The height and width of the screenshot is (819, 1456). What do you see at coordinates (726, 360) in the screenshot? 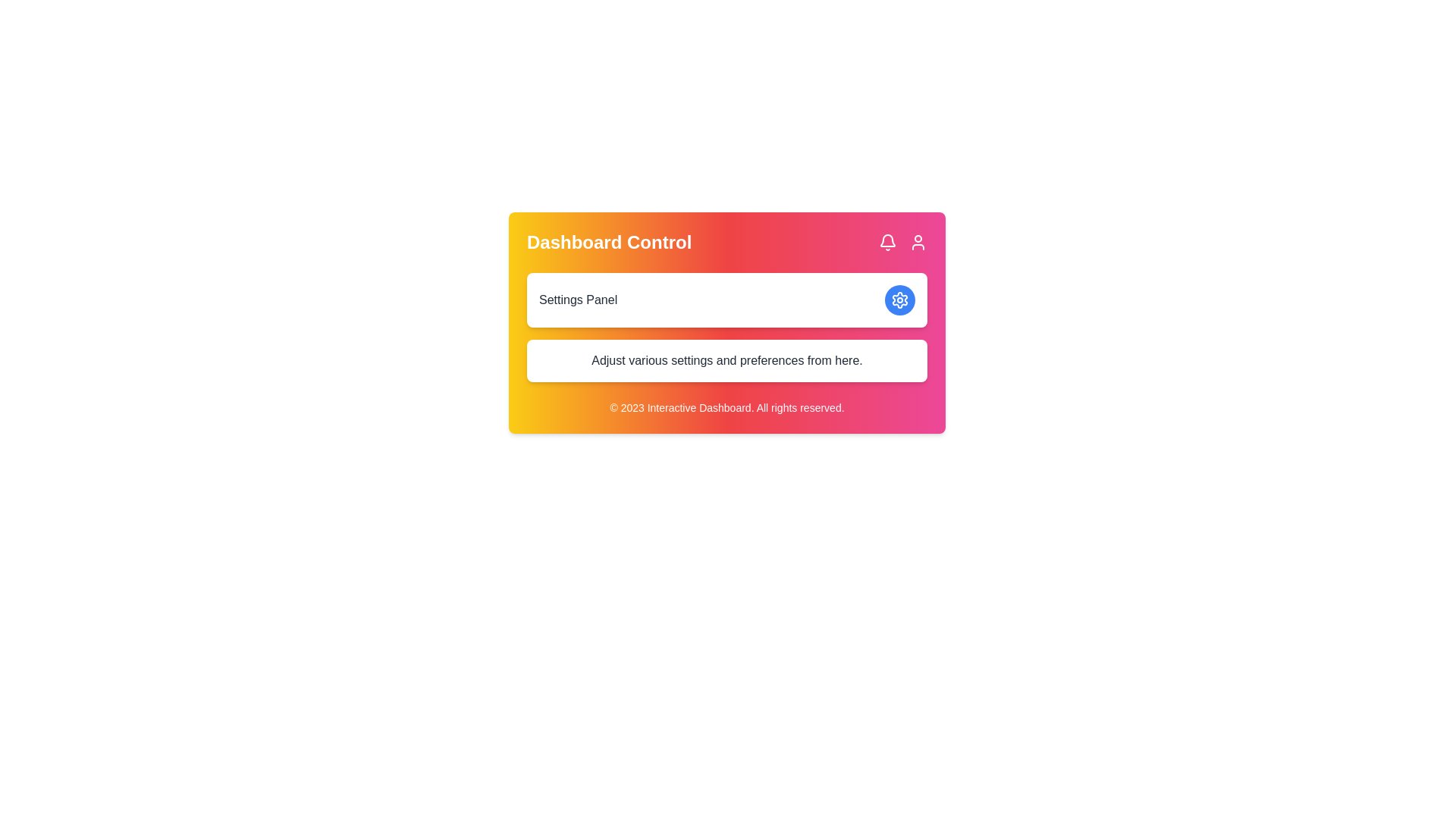
I see `the informational text label that provides guidance about the functionality of the surrounding section, located within the card below the 'Settings Panel'` at bounding box center [726, 360].